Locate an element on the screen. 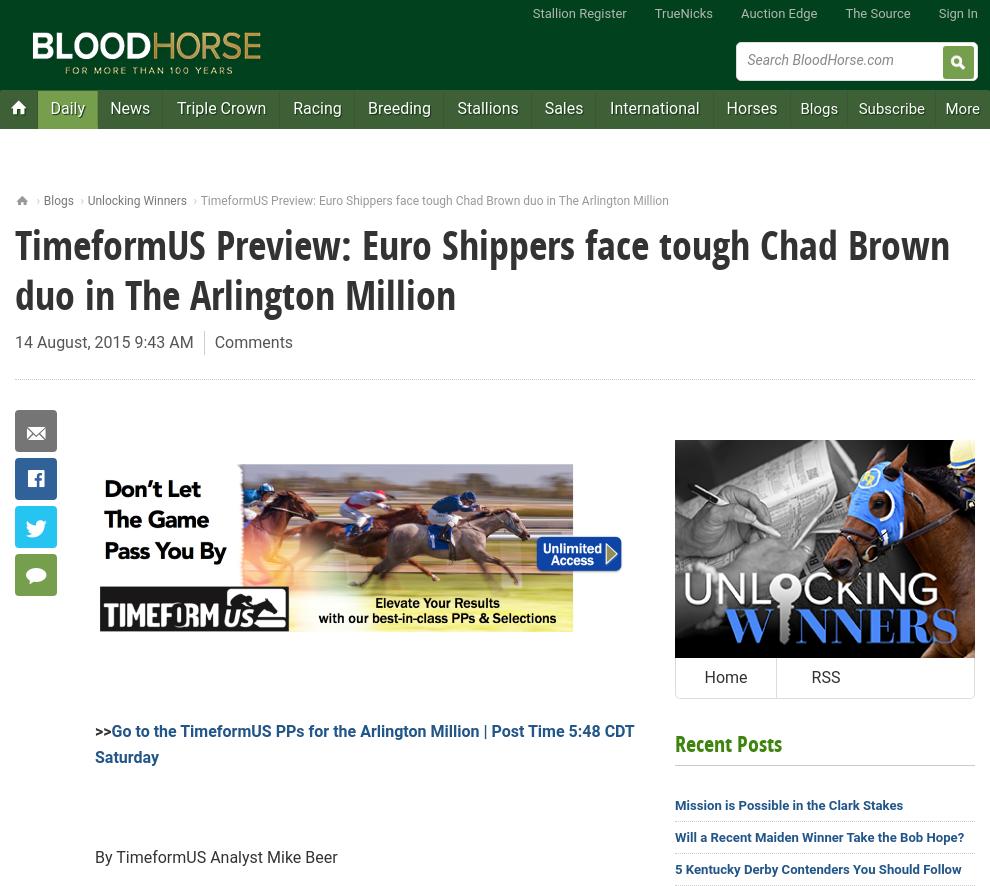 This screenshot has height=886, width=990. 'Comment' is located at coordinates (90, 574).